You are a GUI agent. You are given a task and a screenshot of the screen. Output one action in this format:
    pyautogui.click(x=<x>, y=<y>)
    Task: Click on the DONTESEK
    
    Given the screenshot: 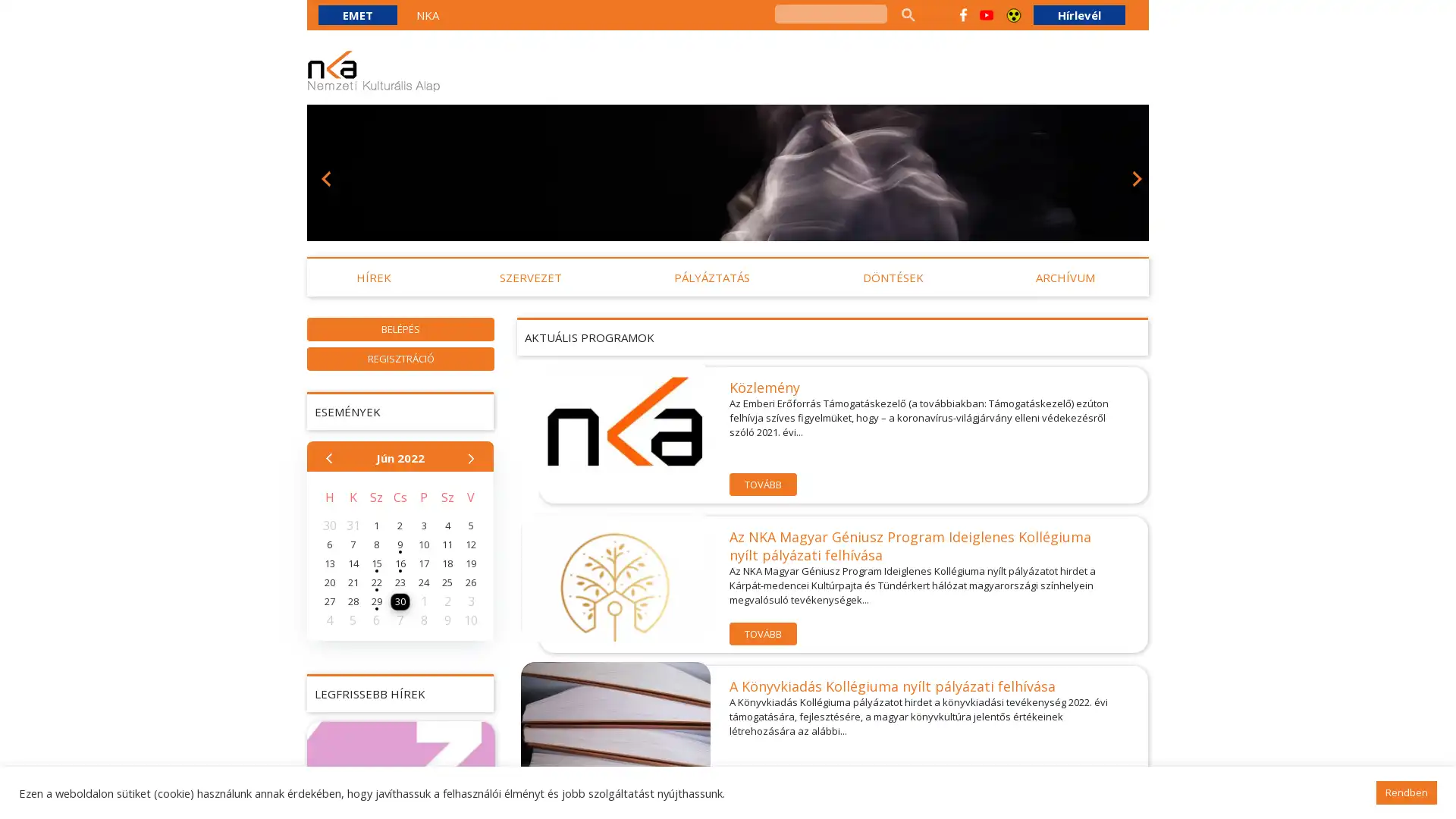 What is the action you would take?
    pyautogui.click(x=892, y=278)
    